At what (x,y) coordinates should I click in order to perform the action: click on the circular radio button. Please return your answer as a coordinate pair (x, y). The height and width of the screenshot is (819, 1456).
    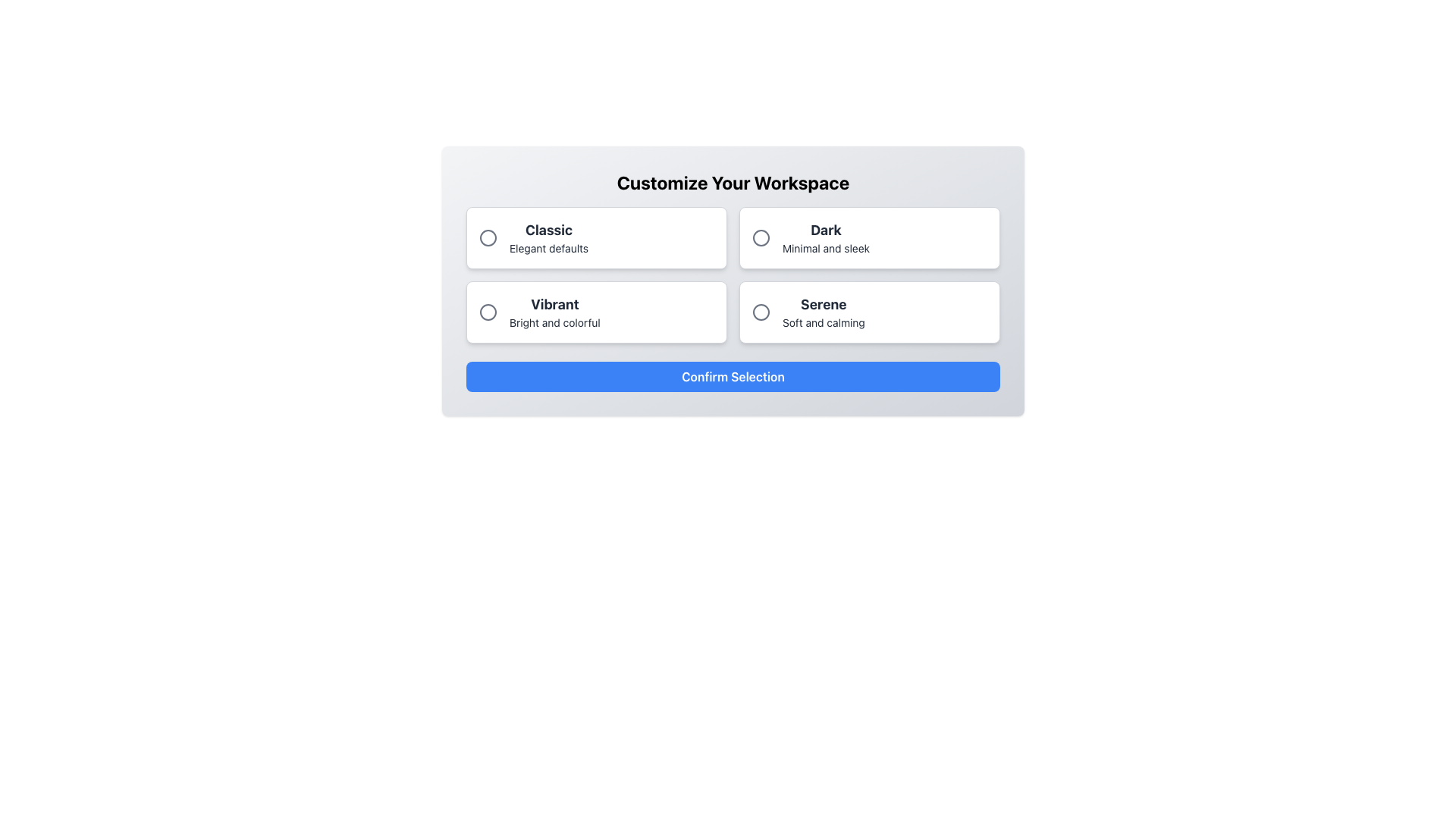
    Looking at the image, I should click on (761, 237).